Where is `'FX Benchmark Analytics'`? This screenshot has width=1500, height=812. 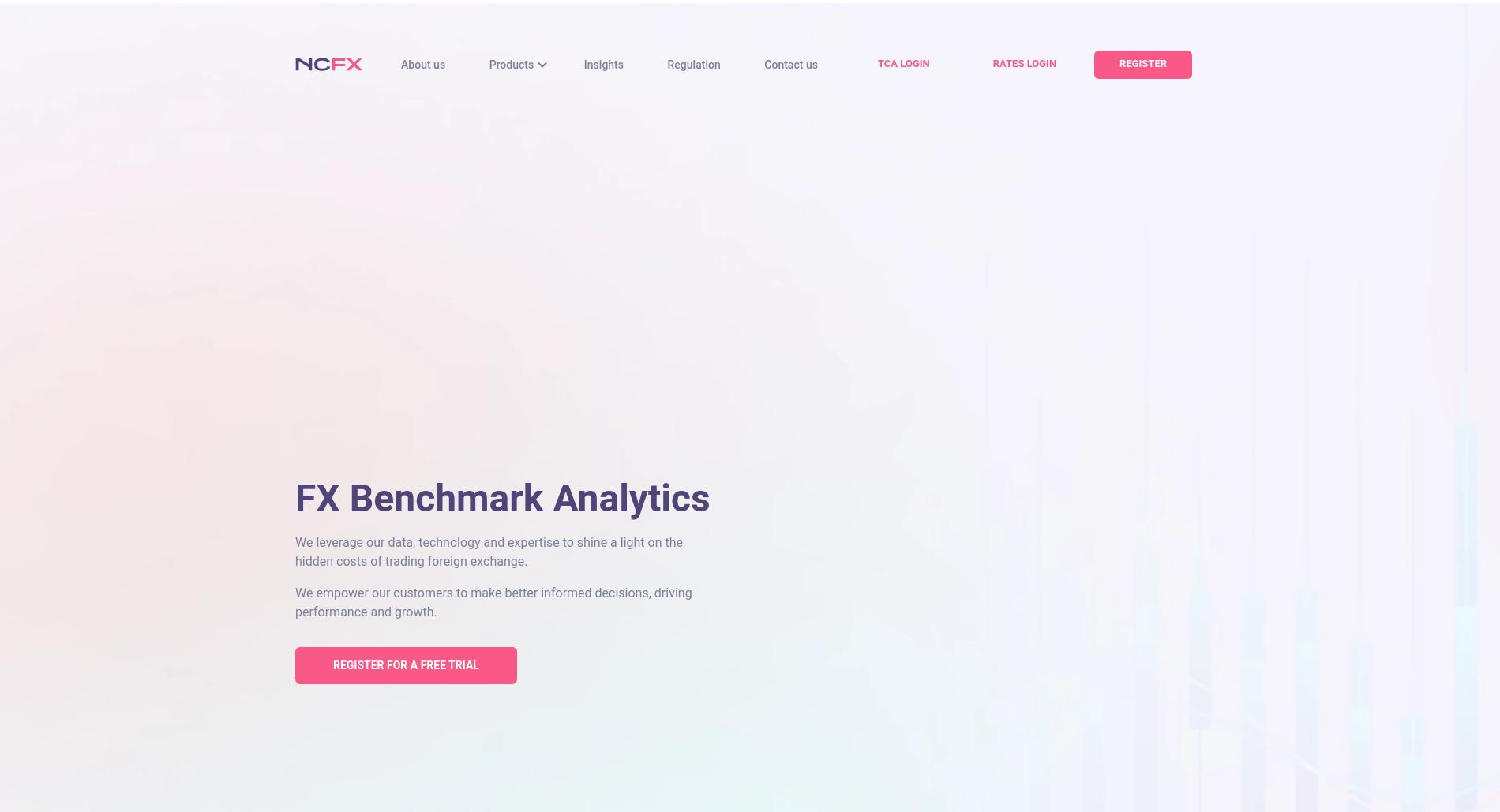 'FX Benchmark Analytics' is located at coordinates (502, 498).